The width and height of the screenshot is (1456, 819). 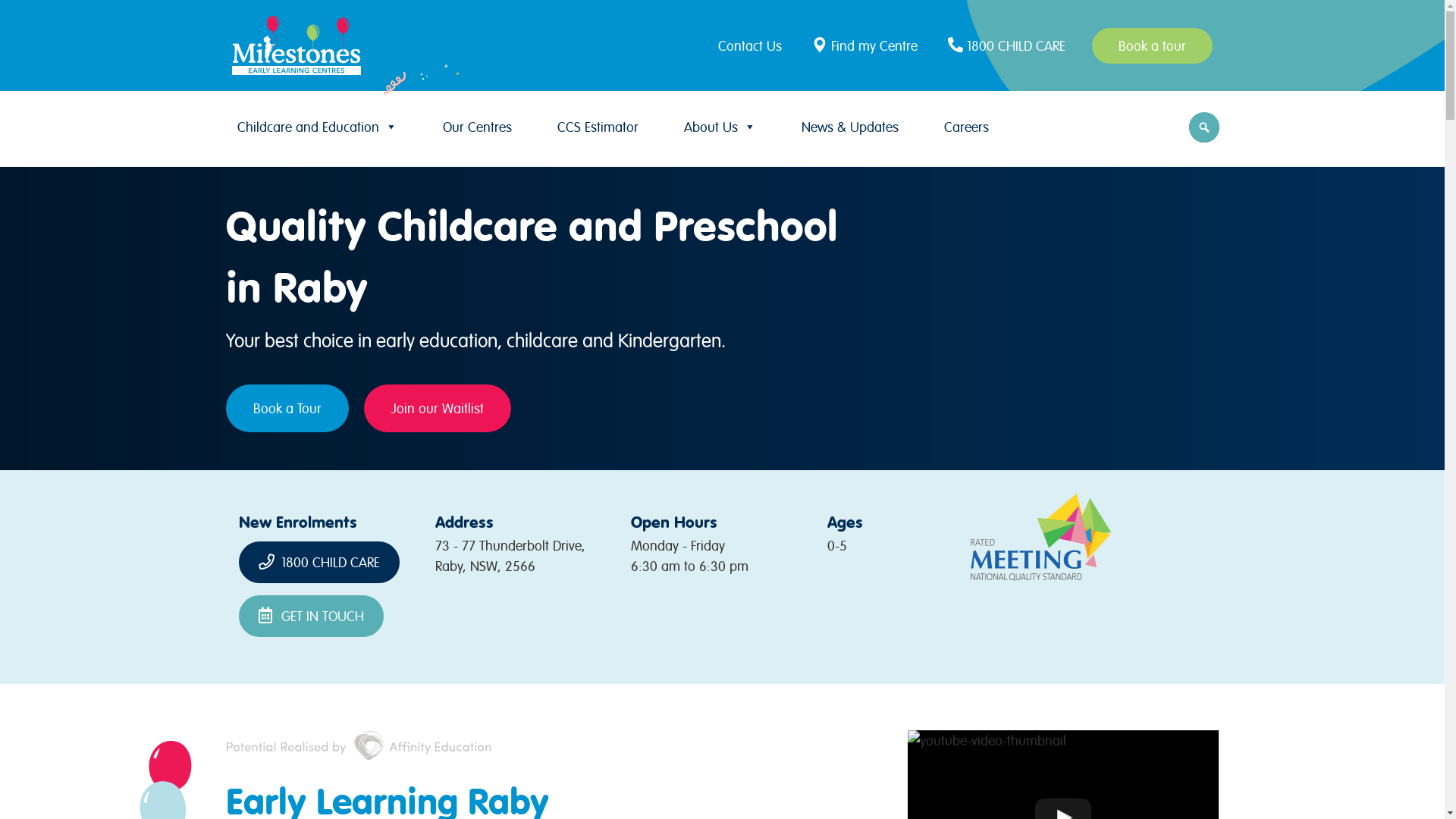 What do you see at coordinates (435, 126) in the screenshot?
I see `'Our Centres'` at bounding box center [435, 126].